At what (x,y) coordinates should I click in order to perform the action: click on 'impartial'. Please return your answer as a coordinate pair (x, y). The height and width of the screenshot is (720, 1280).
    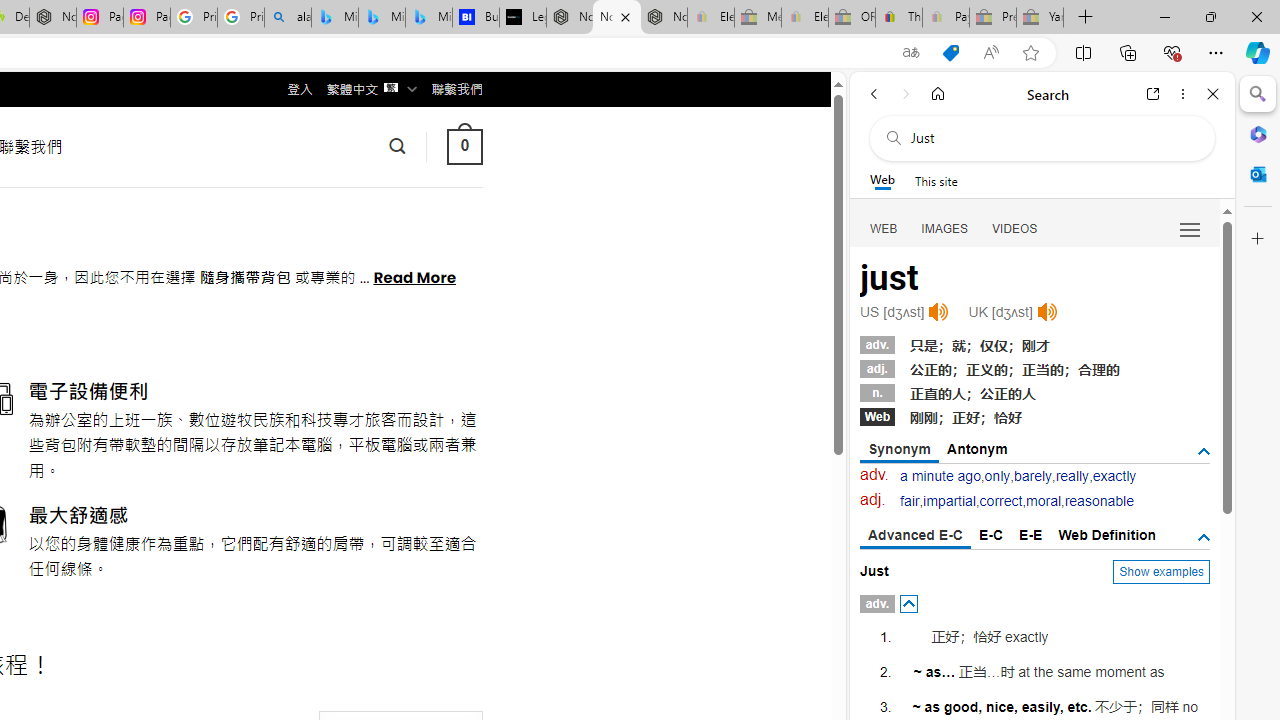
    Looking at the image, I should click on (948, 500).